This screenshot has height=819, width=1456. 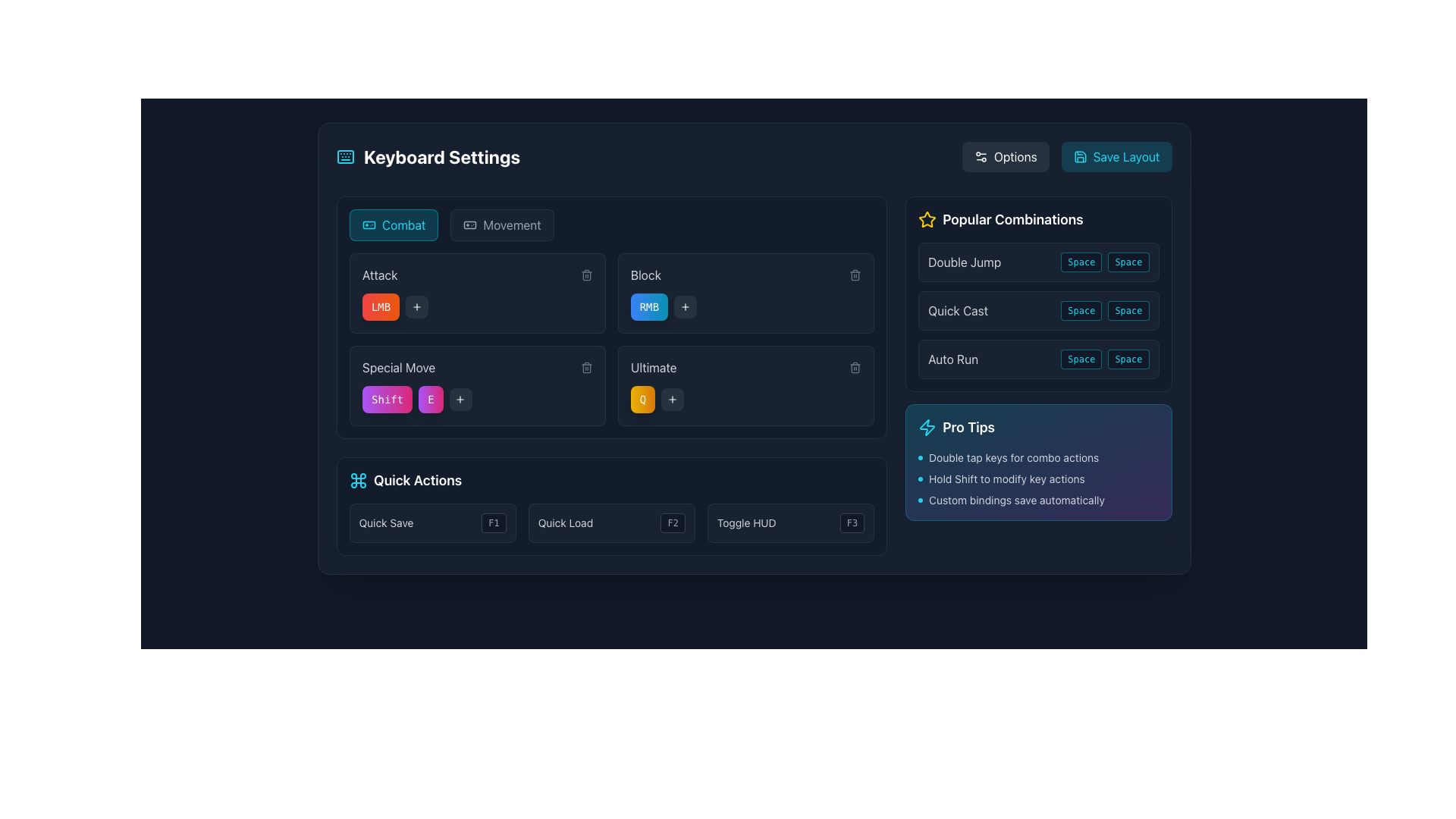 What do you see at coordinates (672, 522) in the screenshot?
I see `the button label displaying the keyboard shortcut 'F2' for the 'Quick Load' action, which is located in the 'Quick Actions' section at the bottom of the main layout panel` at bounding box center [672, 522].